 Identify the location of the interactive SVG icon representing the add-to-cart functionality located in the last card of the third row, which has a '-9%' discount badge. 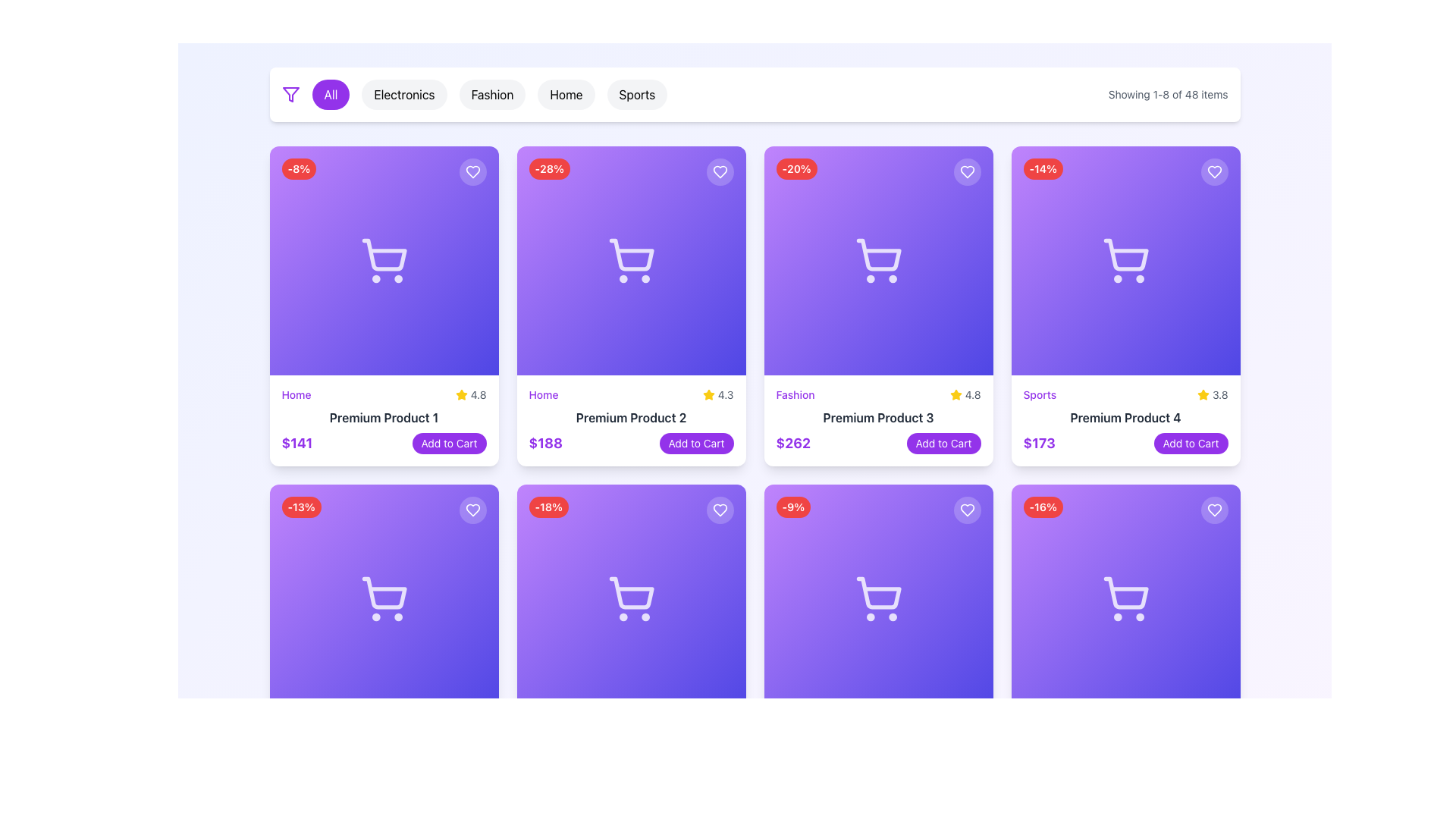
(878, 598).